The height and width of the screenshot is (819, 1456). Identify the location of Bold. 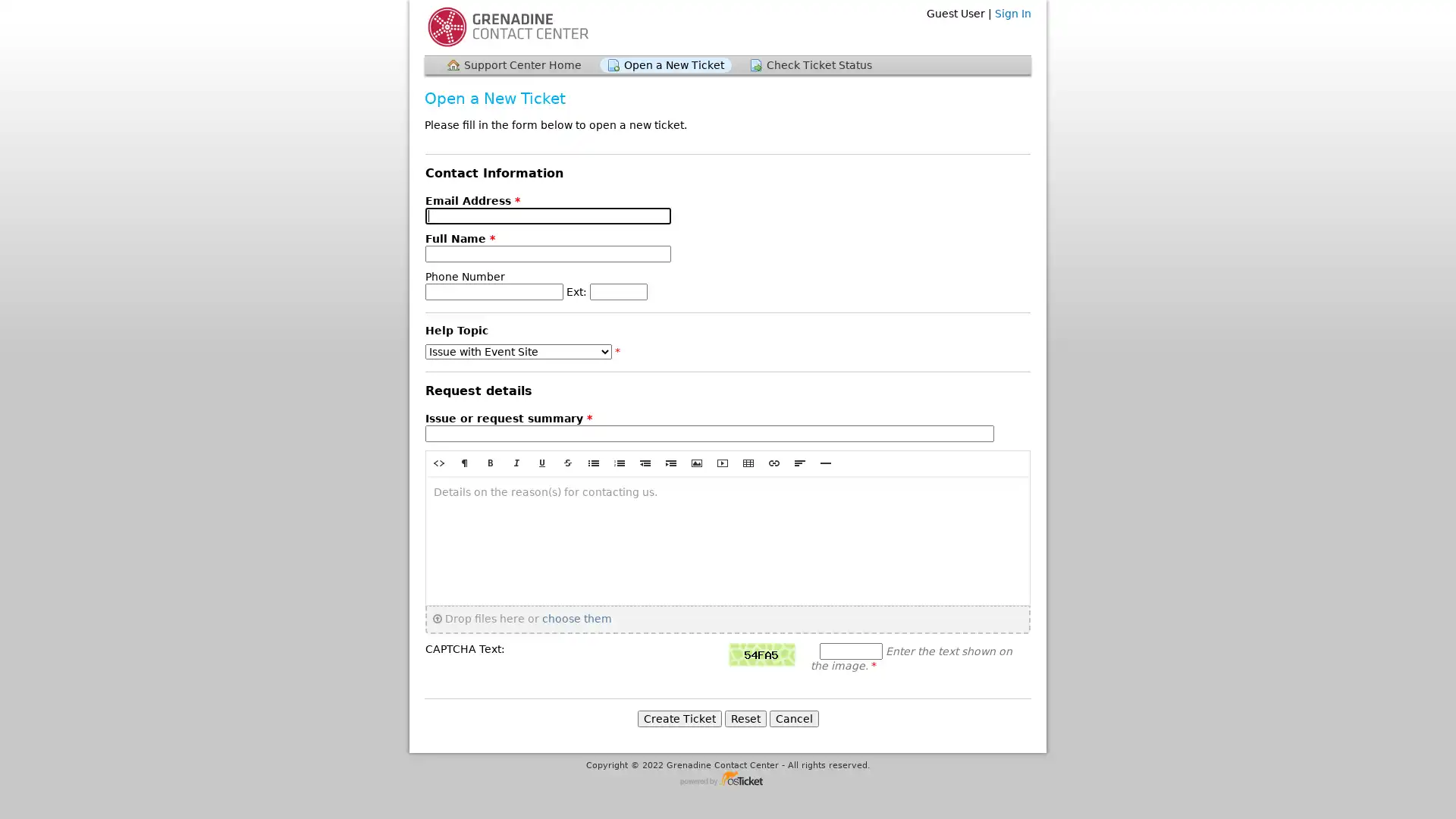
(491, 462).